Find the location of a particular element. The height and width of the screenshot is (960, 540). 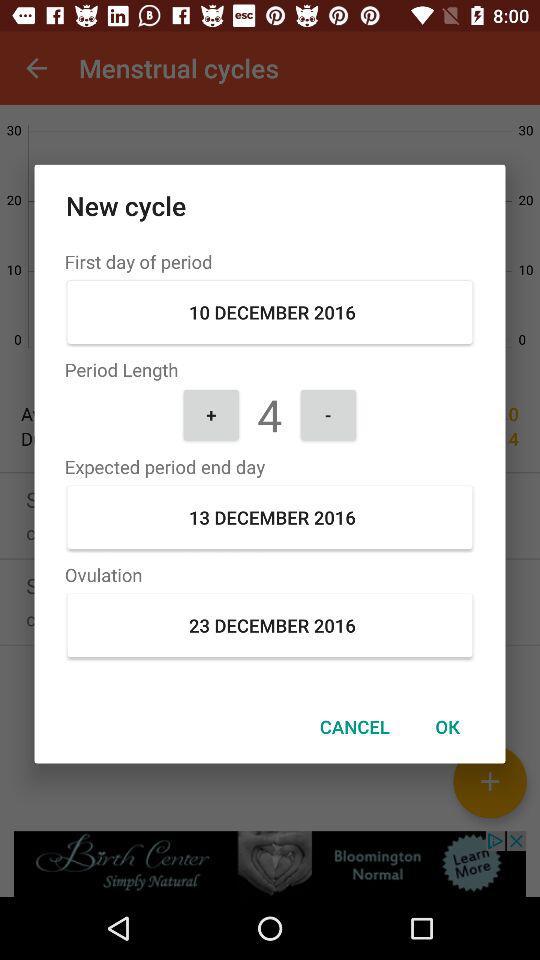

icon next to 4 item is located at coordinates (210, 413).